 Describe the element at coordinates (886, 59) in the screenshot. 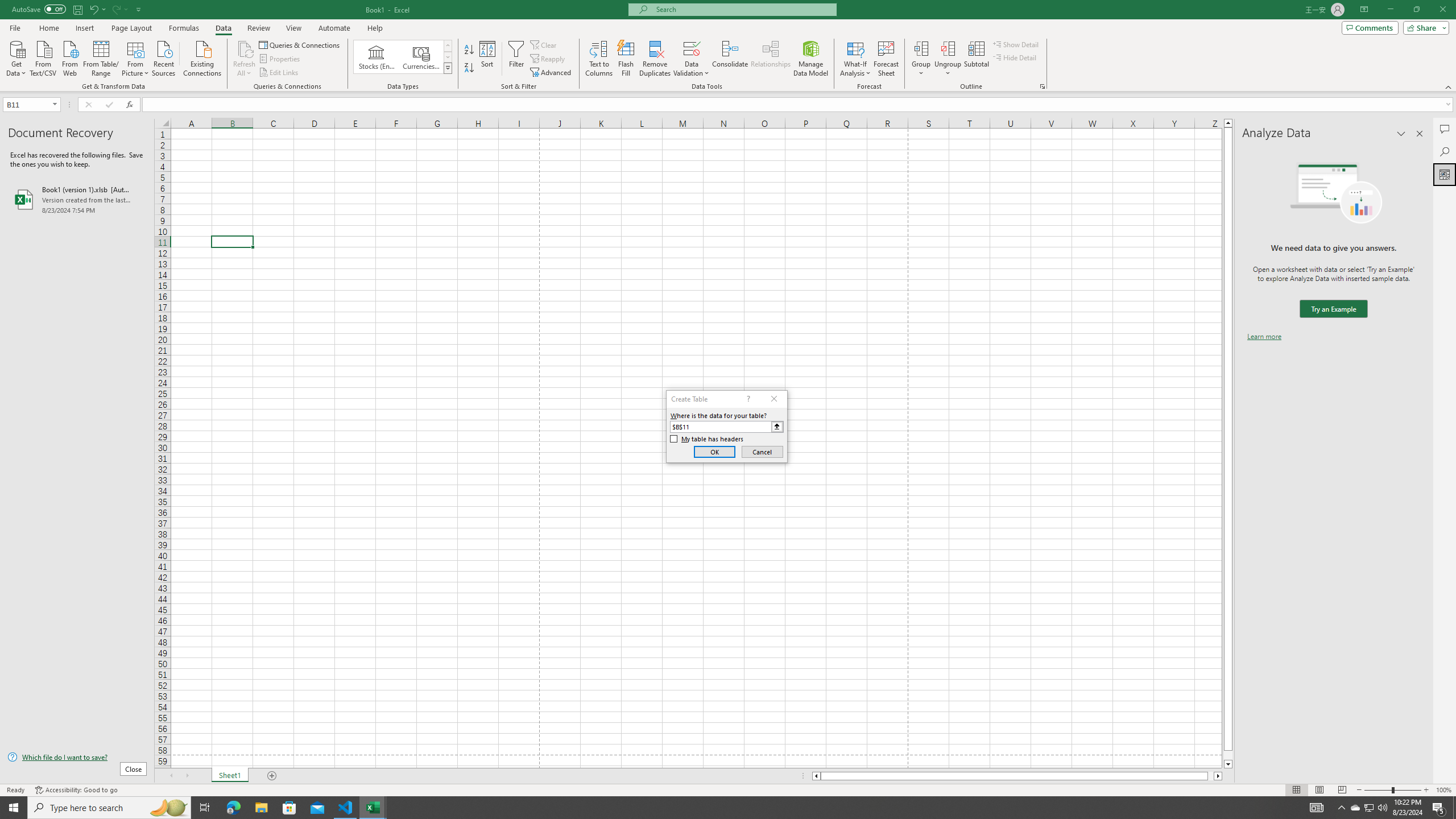

I see `'Forecast Sheet'` at that location.